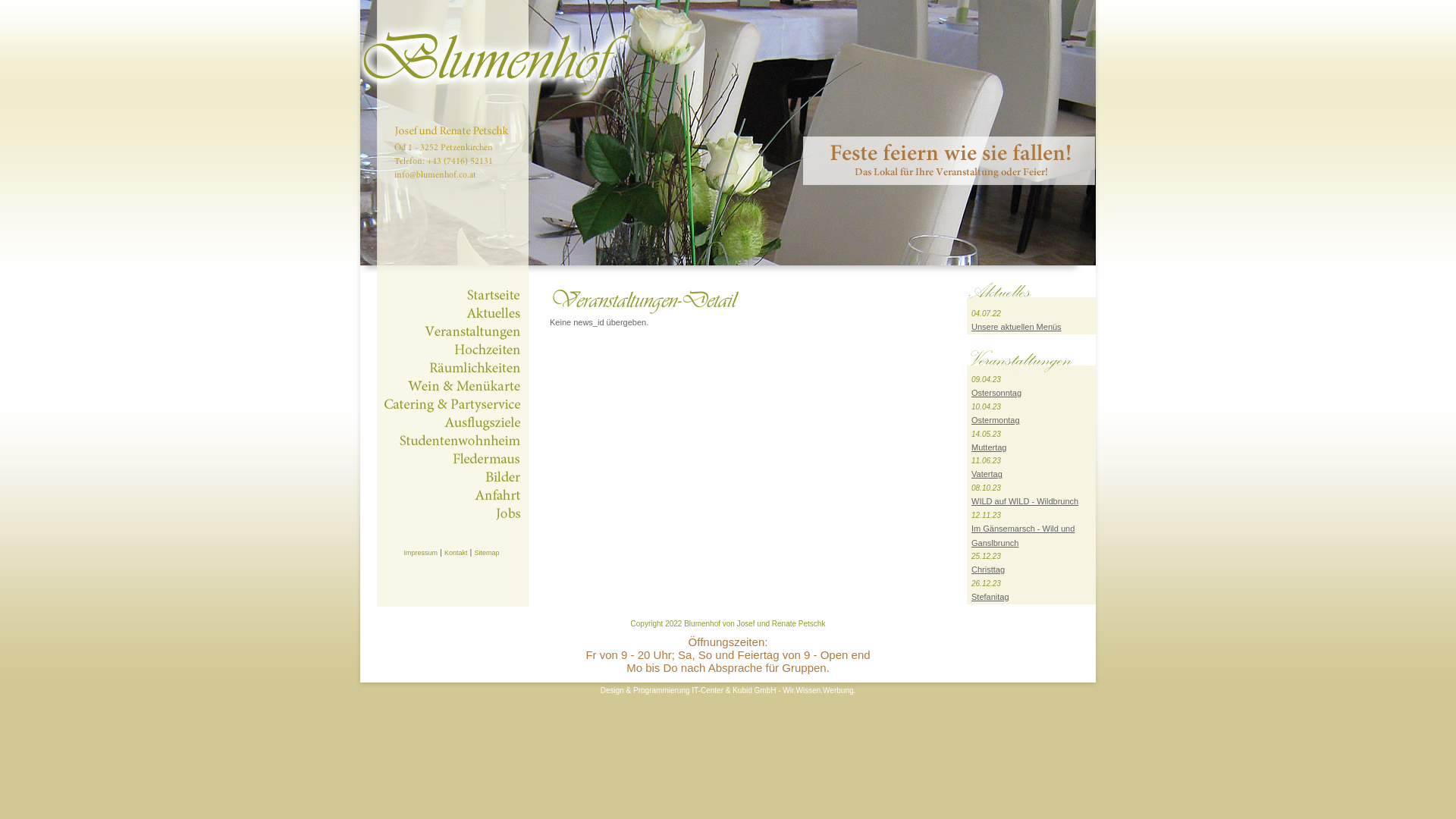 The height and width of the screenshot is (819, 1456). What do you see at coordinates (996, 420) in the screenshot?
I see `'Ostermontag'` at bounding box center [996, 420].